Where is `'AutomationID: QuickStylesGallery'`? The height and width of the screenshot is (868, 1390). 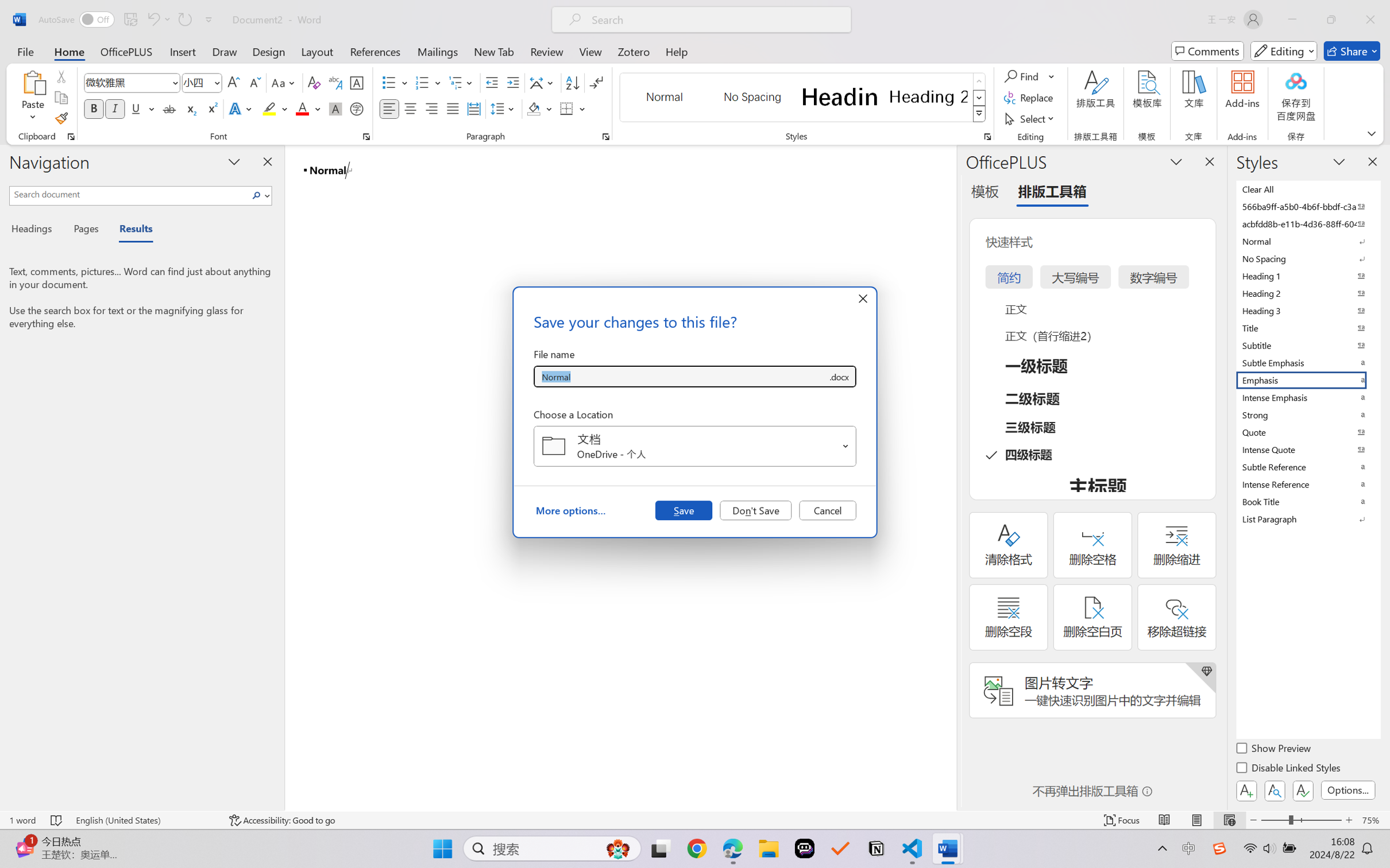 'AutomationID: QuickStylesGallery' is located at coordinates (802, 98).